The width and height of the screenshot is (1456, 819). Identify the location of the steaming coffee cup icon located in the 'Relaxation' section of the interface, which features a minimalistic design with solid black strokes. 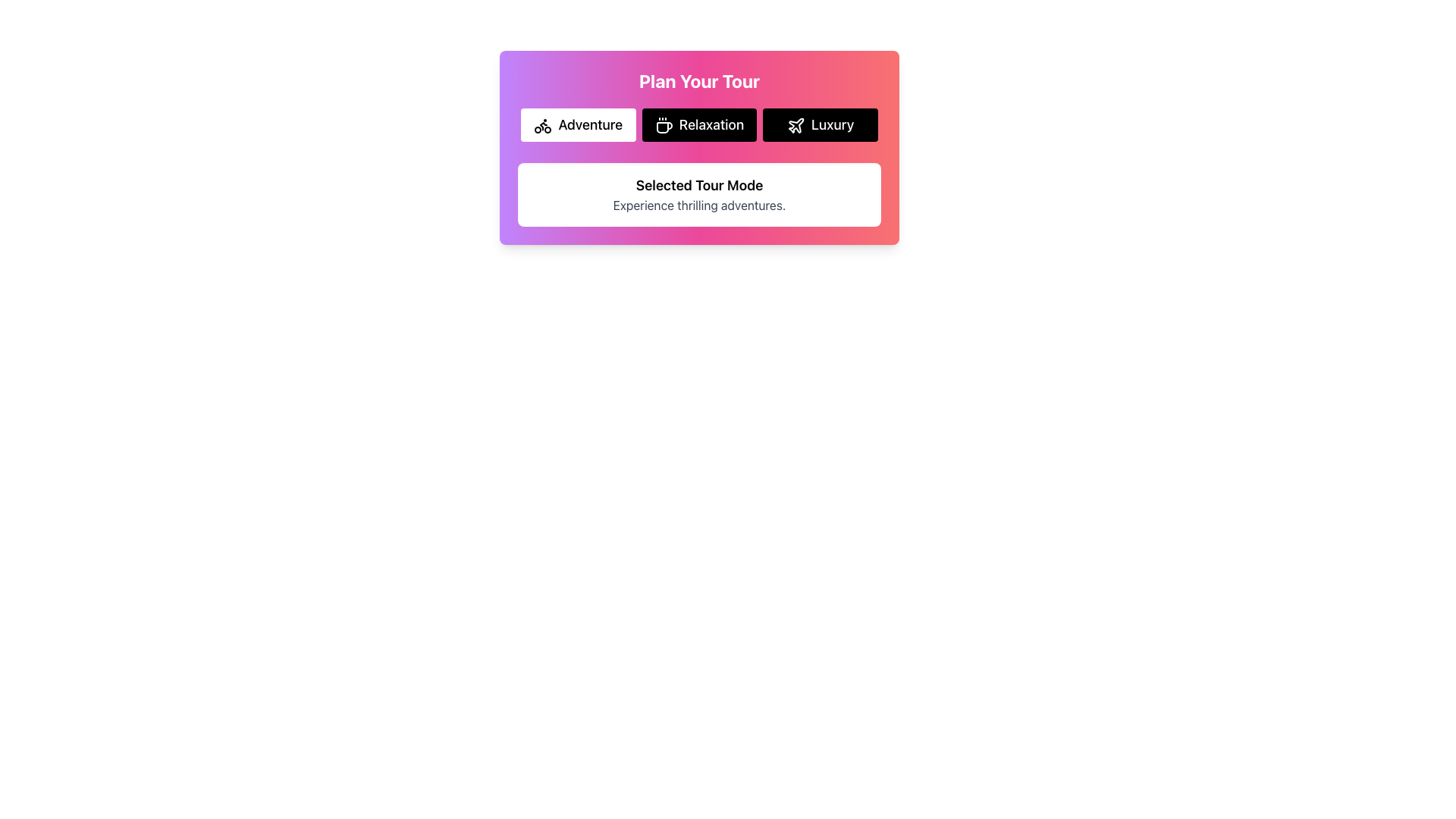
(664, 127).